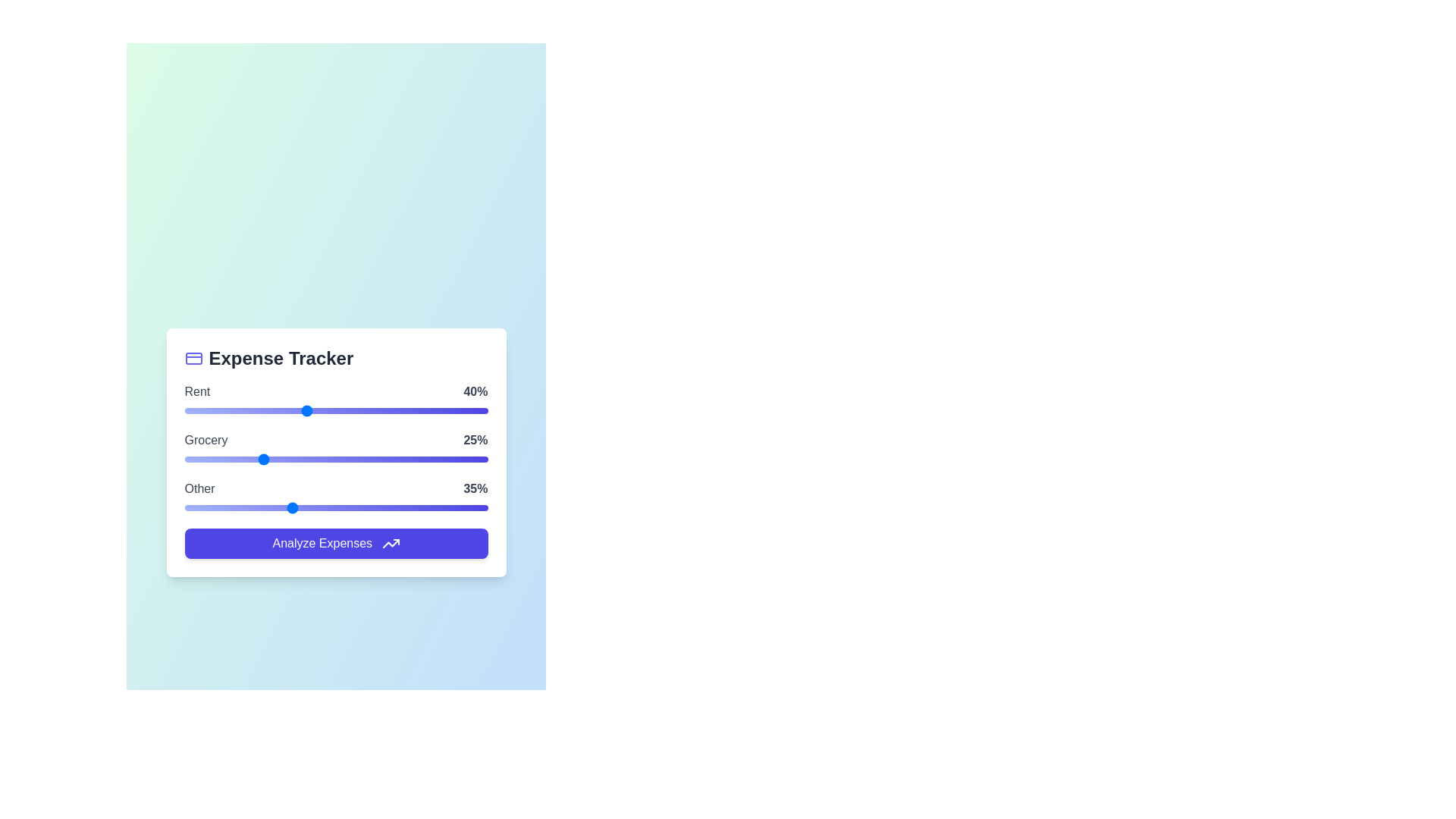  Describe the element at coordinates (335, 452) in the screenshot. I see `the gradient background to inspect its visual effect` at that location.